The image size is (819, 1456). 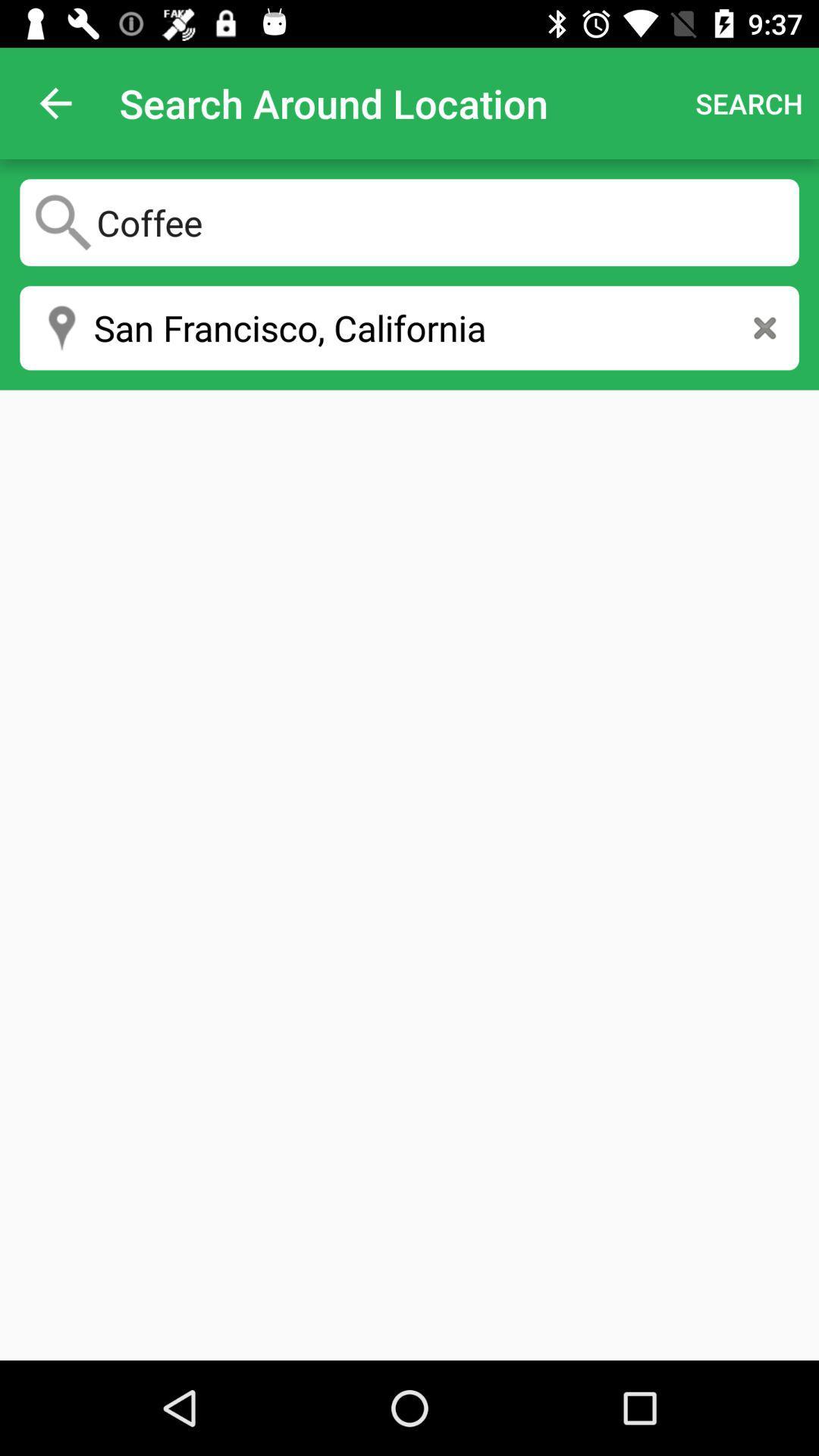 What do you see at coordinates (55, 102) in the screenshot?
I see `item to the left of search around location item` at bounding box center [55, 102].